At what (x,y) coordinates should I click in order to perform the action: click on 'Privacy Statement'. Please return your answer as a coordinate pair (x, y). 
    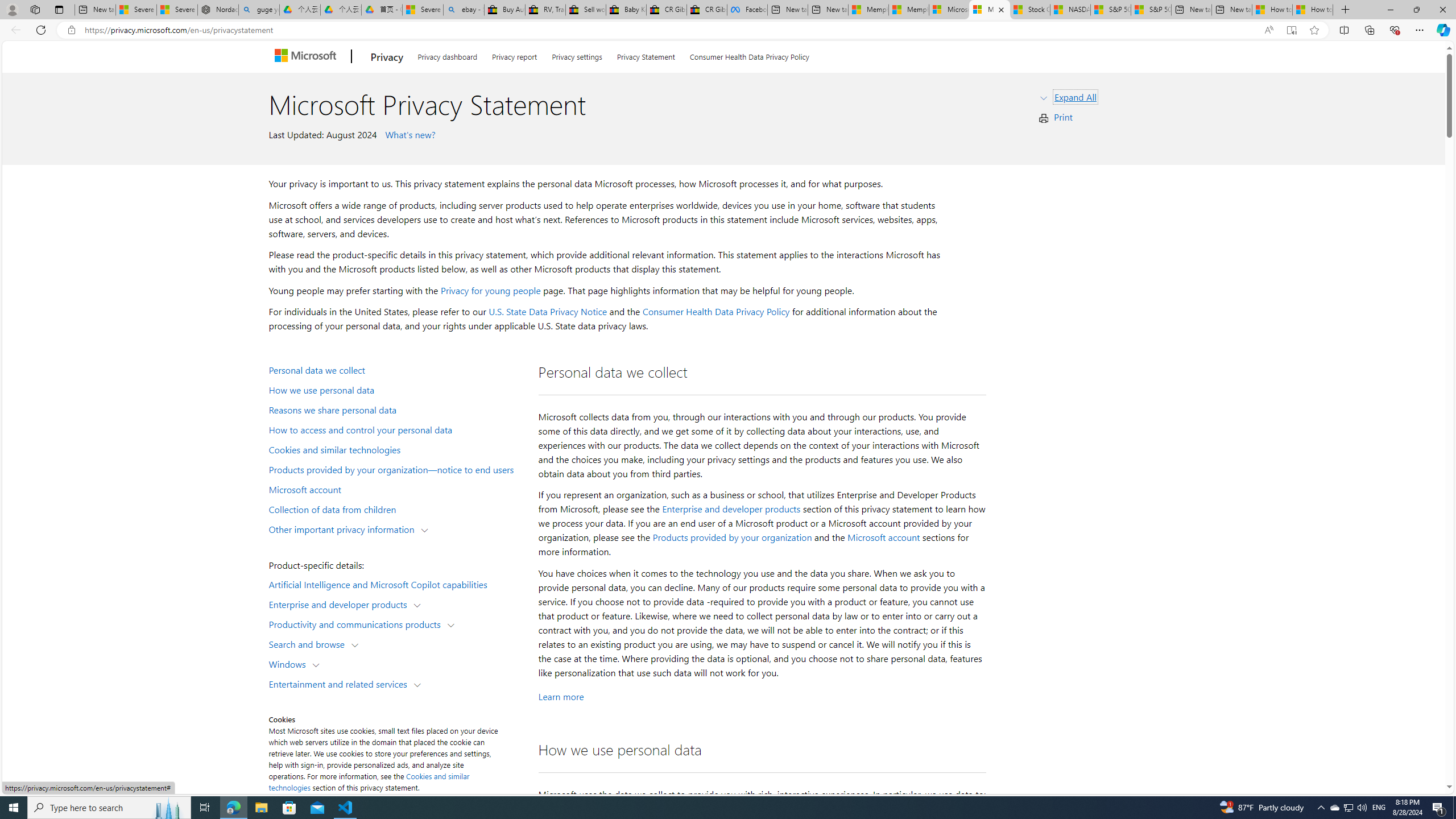
    Looking at the image, I should click on (645, 54).